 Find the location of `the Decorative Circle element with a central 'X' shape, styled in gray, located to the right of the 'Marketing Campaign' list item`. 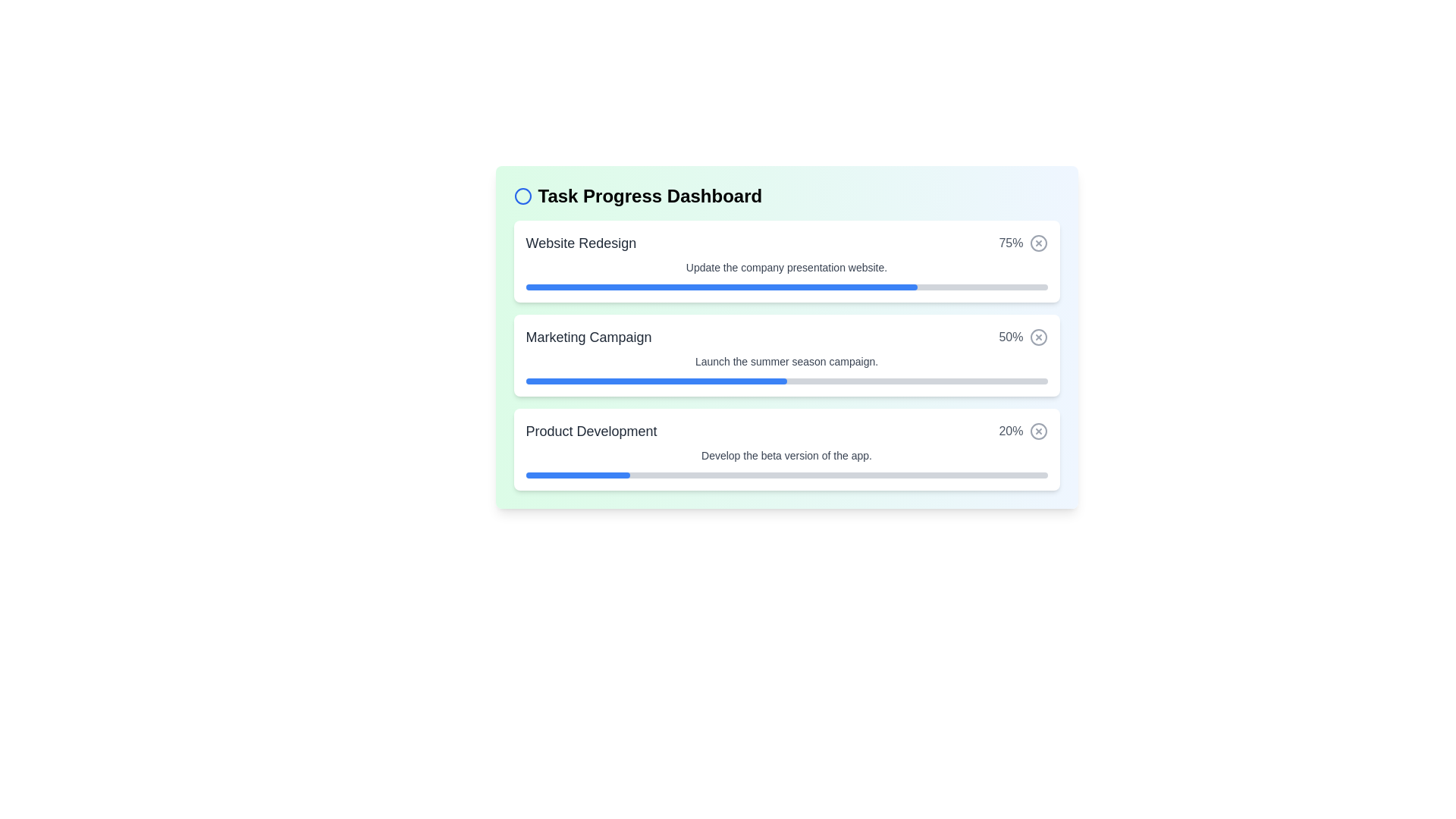

the Decorative Circle element with a central 'X' shape, styled in gray, located to the right of the 'Marketing Campaign' list item is located at coordinates (1037, 336).